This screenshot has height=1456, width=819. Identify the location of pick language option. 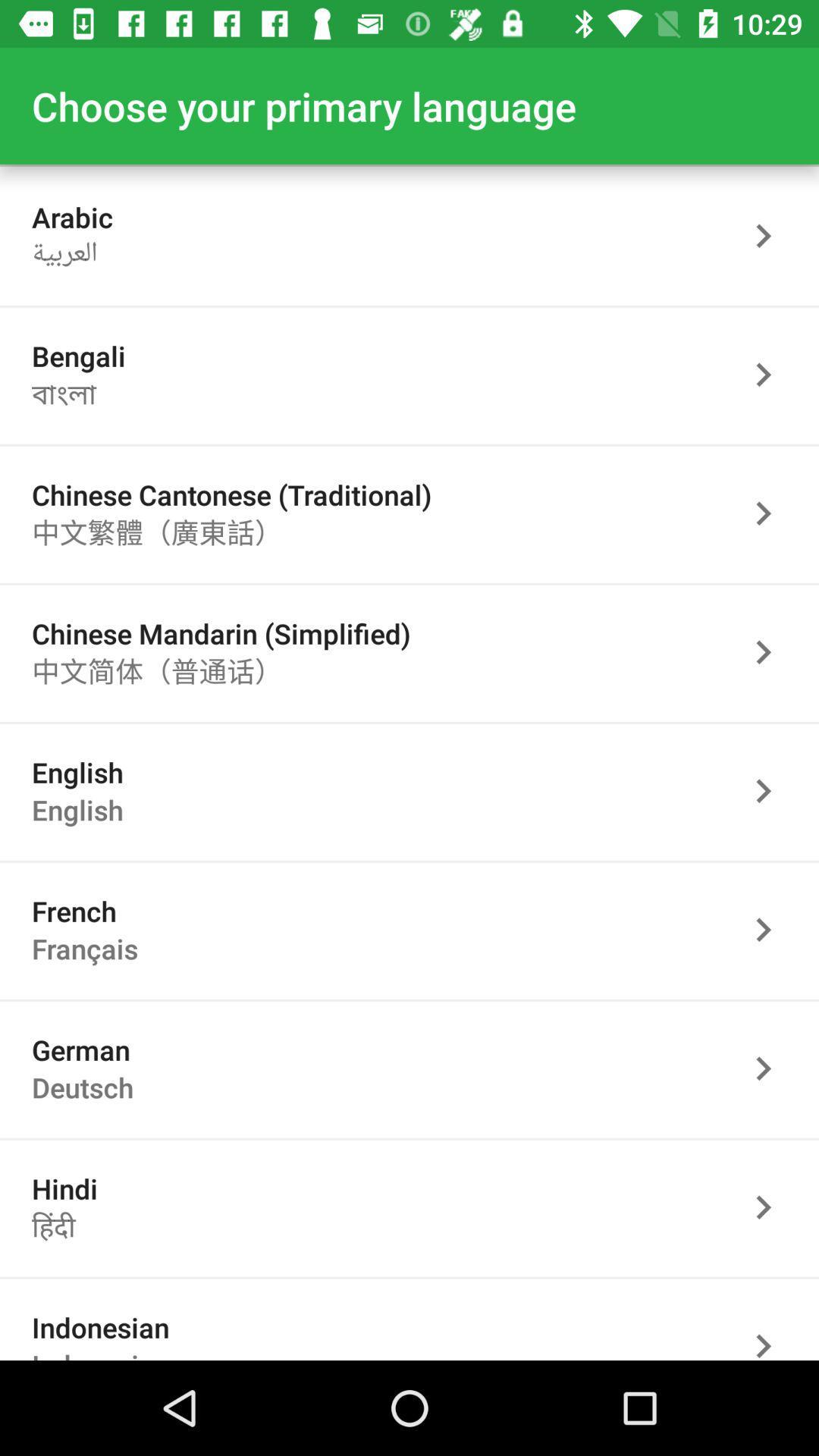
(771, 1324).